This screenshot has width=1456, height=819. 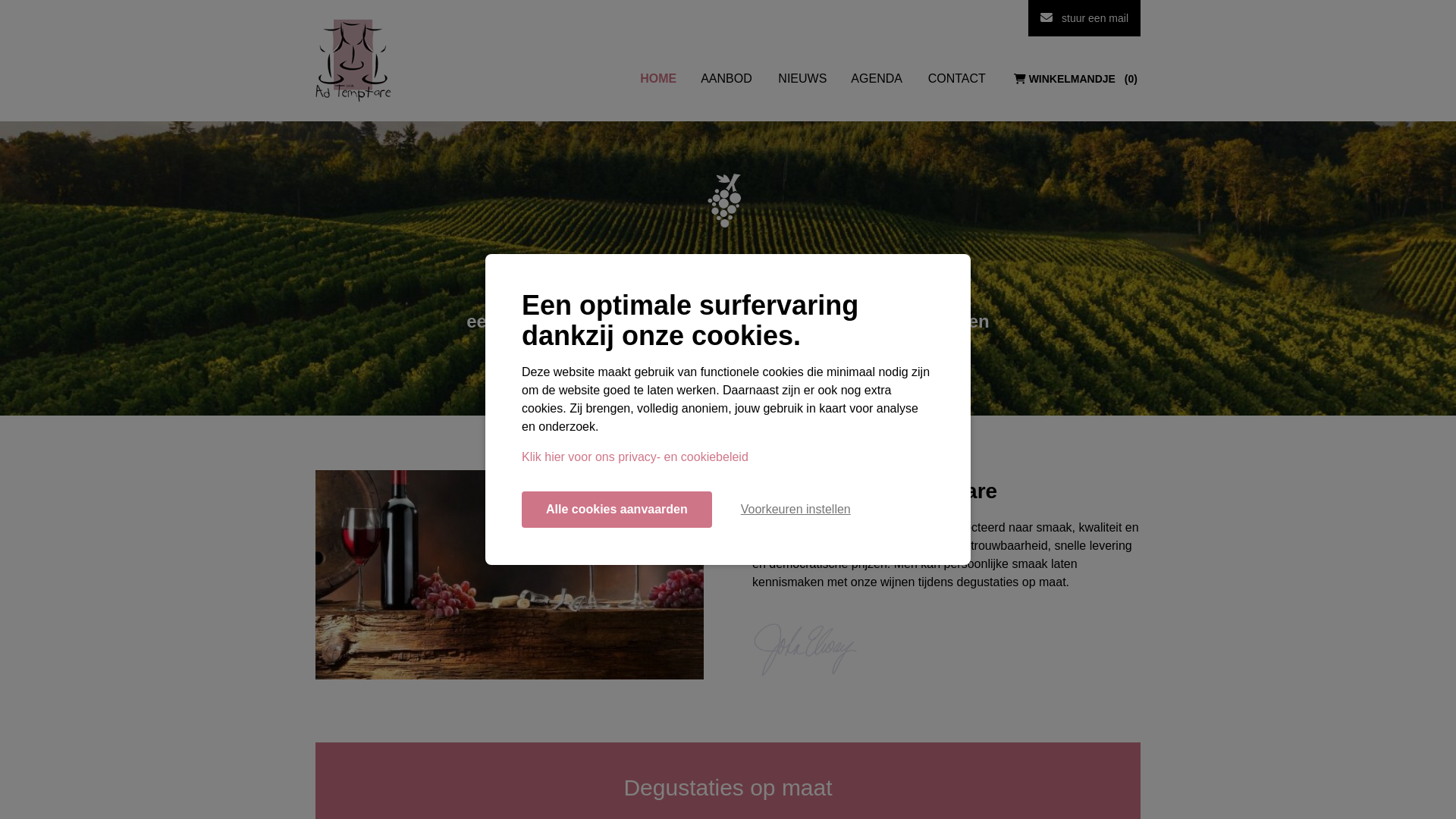 What do you see at coordinates (635, 456) in the screenshot?
I see `'Klik hier voor ons privacy- en cookiebeleid'` at bounding box center [635, 456].